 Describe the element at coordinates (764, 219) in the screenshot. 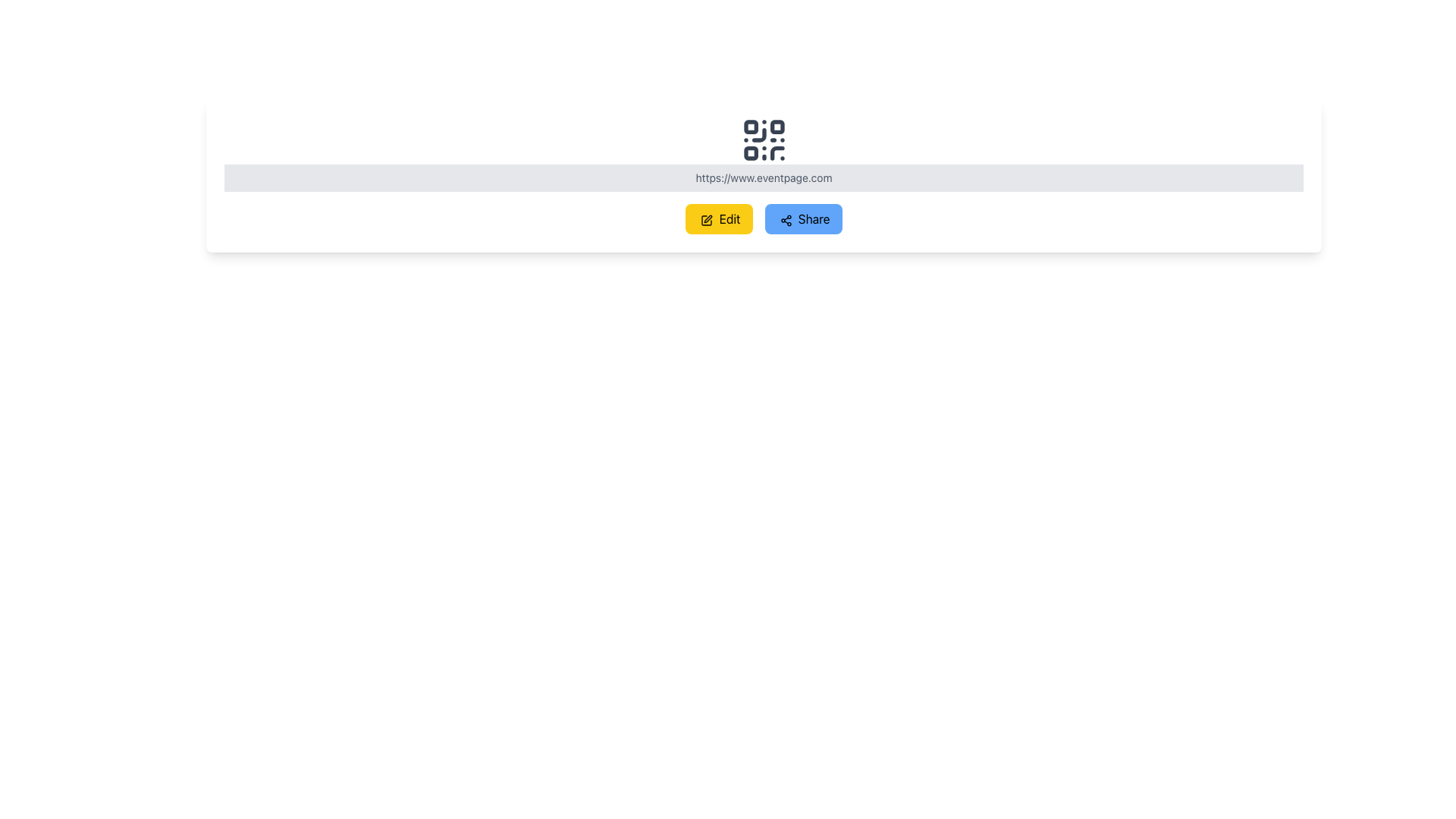

I see `the 'Edit' button located in the group of interactive buttons below the URL bar and QR code graphic` at that location.